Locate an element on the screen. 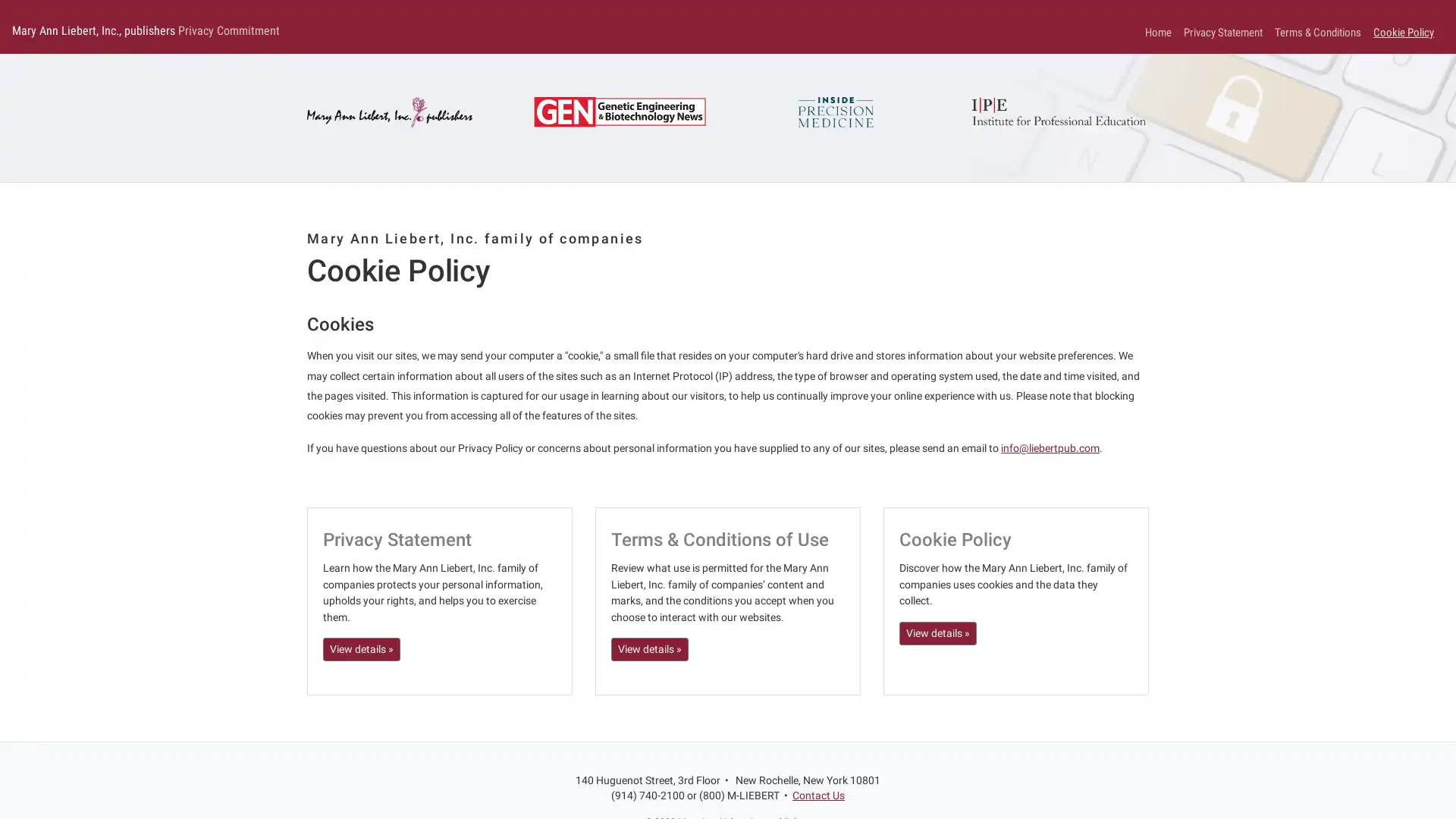  View details is located at coordinates (937, 632).